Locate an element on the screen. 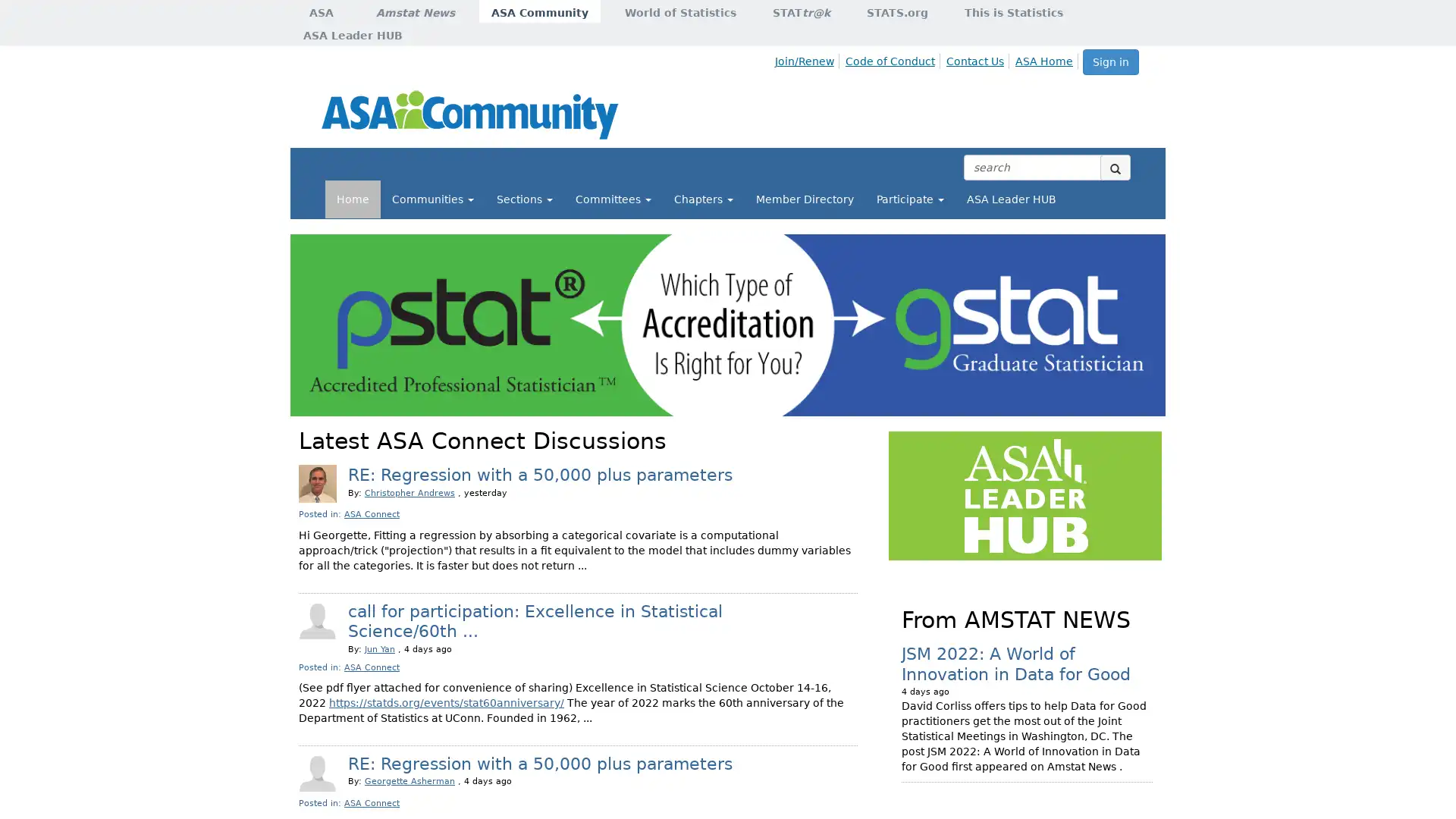 This screenshot has height=819, width=1456. search is located at coordinates (1115, 167).